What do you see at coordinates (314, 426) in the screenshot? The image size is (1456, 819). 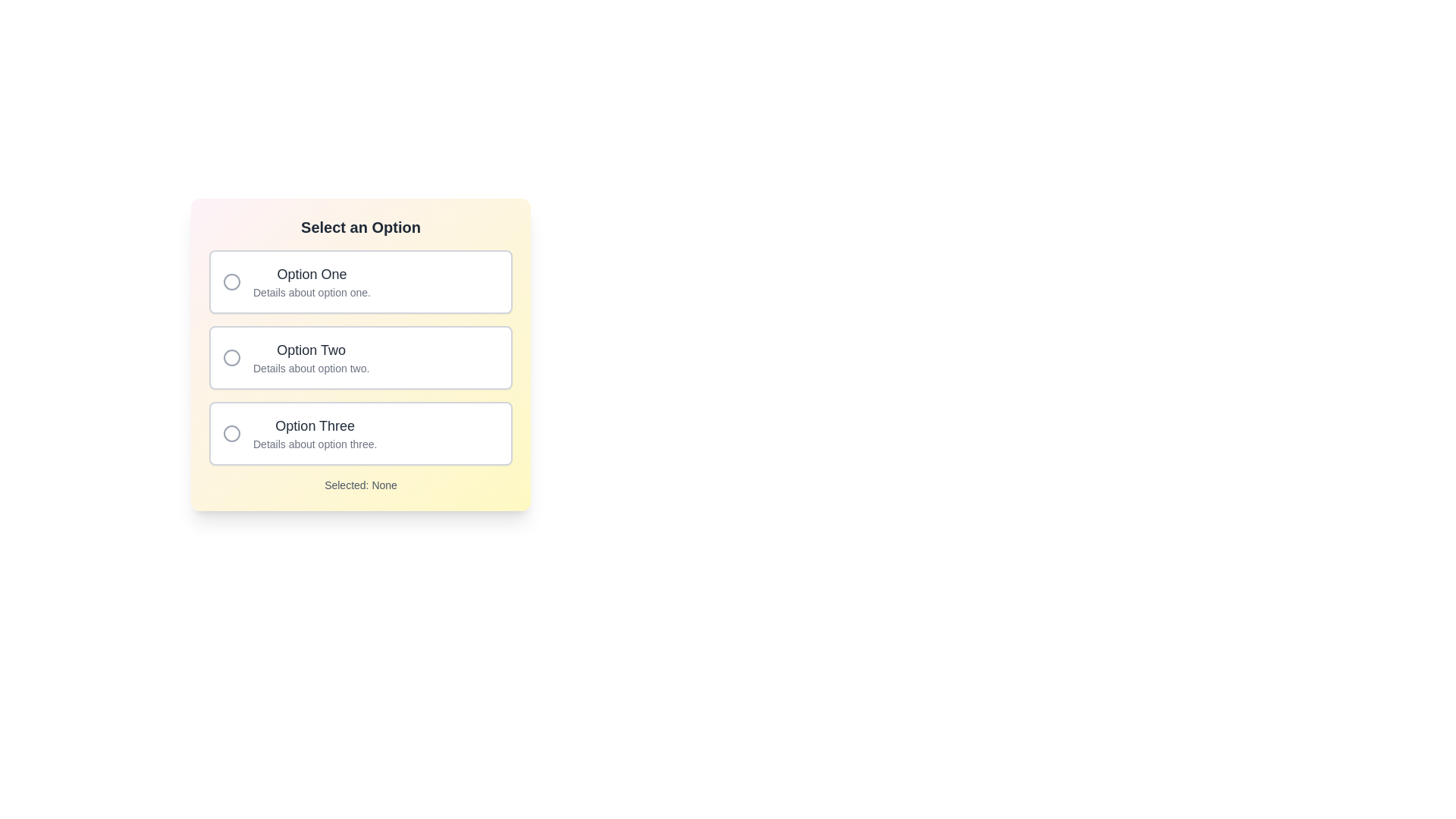 I see `the text label for the third selectable option, which serves as a title indicating the option being referred to` at bounding box center [314, 426].